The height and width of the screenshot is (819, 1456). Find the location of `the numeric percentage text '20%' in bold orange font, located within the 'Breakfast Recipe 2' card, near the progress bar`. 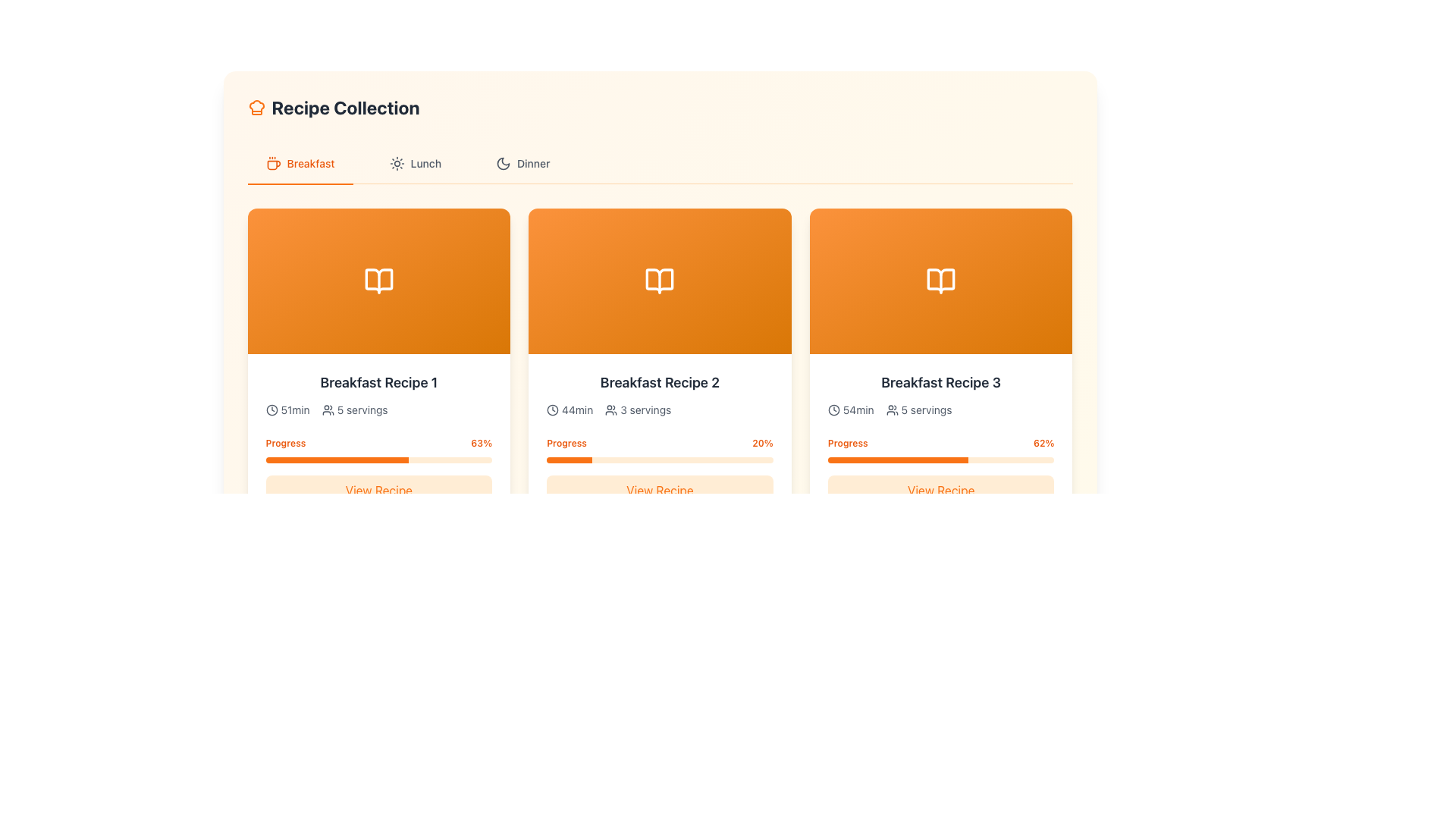

the numeric percentage text '20%' in bold orange font, located within the 'Breakfast Recipe 2' card, near the progress bar is located at coordinates (763, 444).